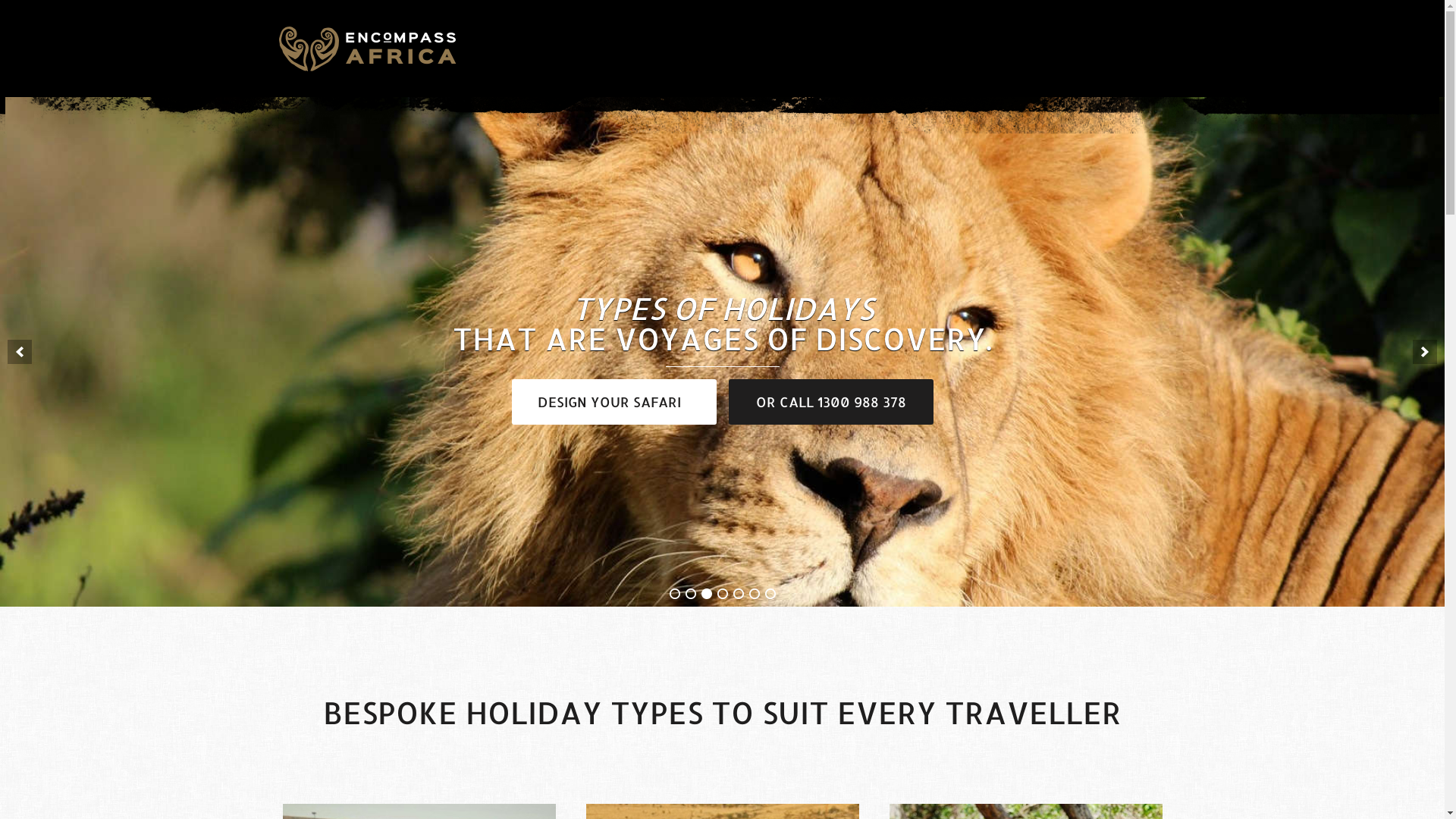 The height and width of the screenshot is (819, 1456). What do you see at coordinates (613, 400) in the screenshot?
I see `'DESIGN YOUR SAFARI'` at bounding box center [613, 400].